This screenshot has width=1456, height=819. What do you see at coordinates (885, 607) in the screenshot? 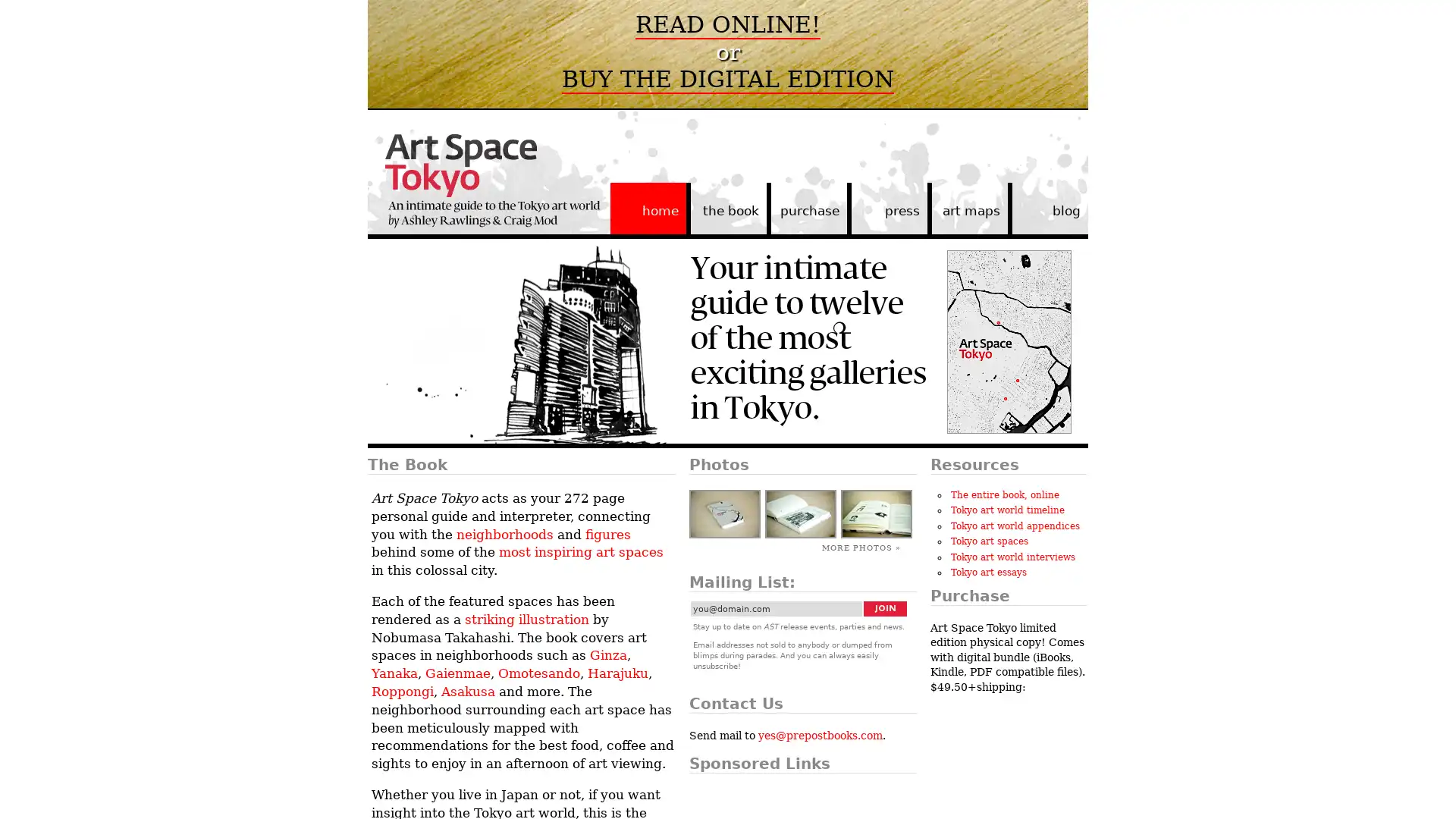
I see `Join` at bounding box center [885, 607].